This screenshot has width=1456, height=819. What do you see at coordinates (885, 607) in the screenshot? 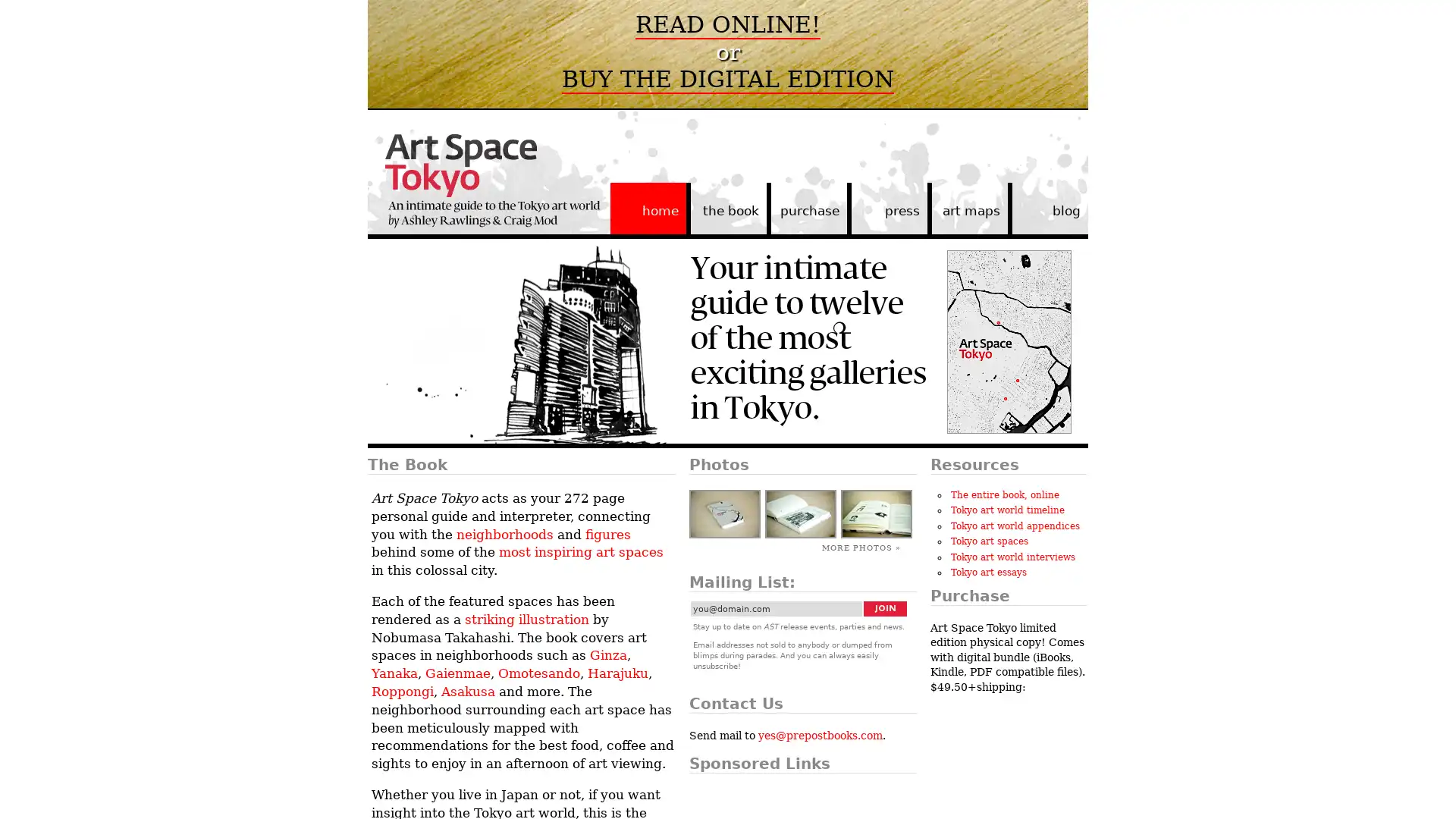
I see `Join` at bounding box center [885, 607].